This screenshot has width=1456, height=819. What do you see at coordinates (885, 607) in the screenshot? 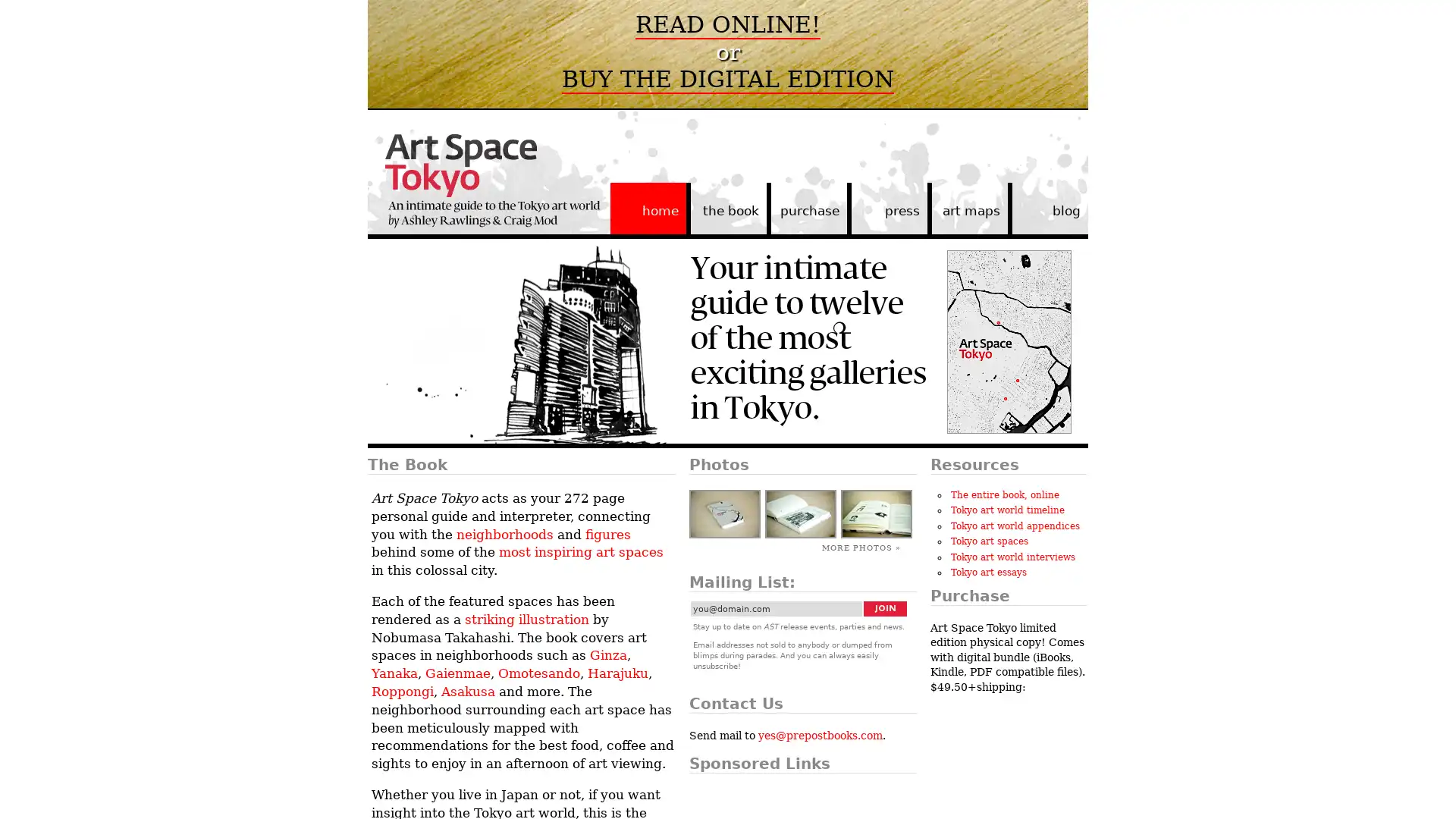
I see `Join` at bounding box center [885, 607].